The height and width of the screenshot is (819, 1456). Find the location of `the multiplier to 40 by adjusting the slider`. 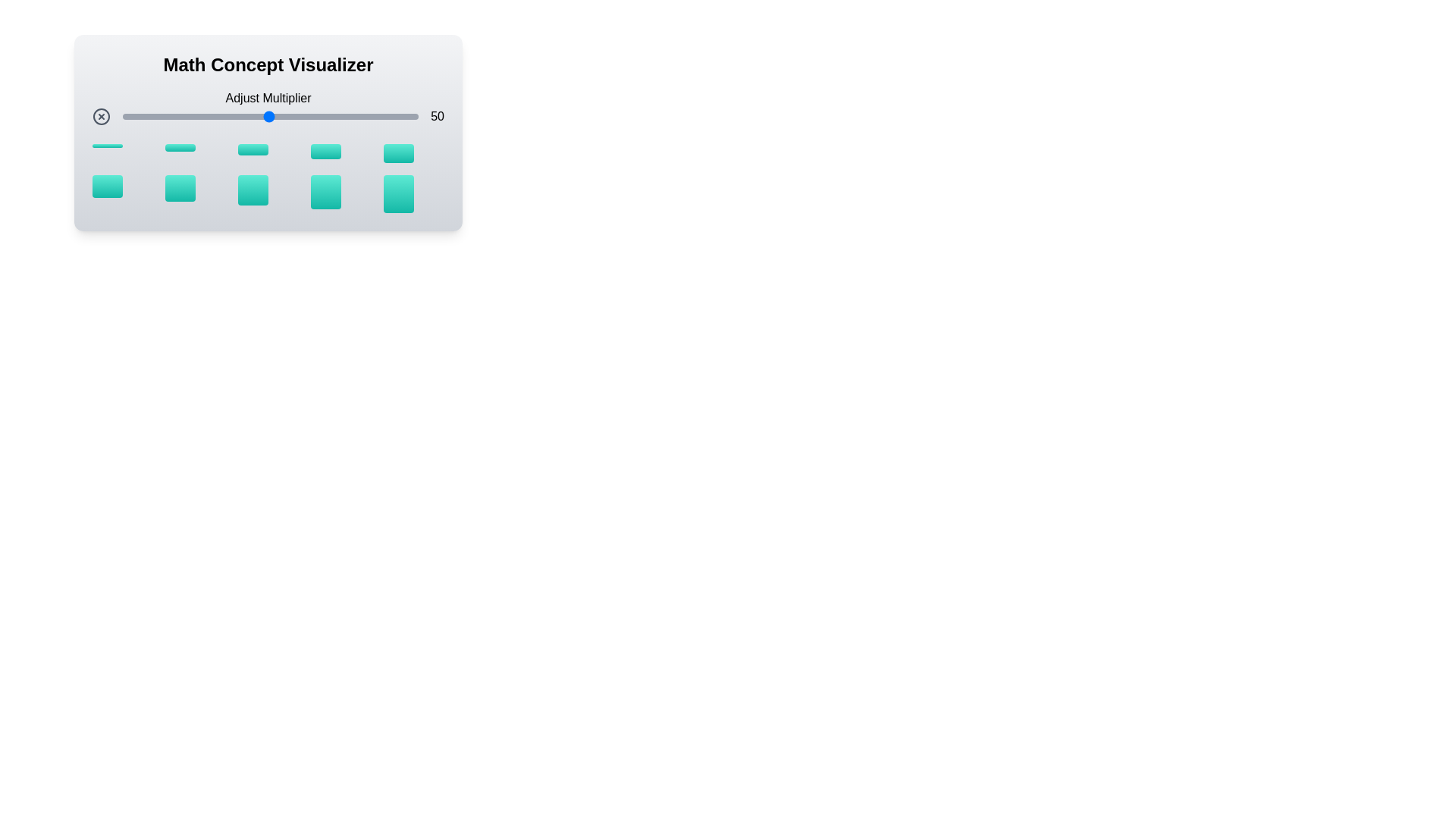

the multiplier to 40 by adjusting the slider is located at coordinates (238, 116).